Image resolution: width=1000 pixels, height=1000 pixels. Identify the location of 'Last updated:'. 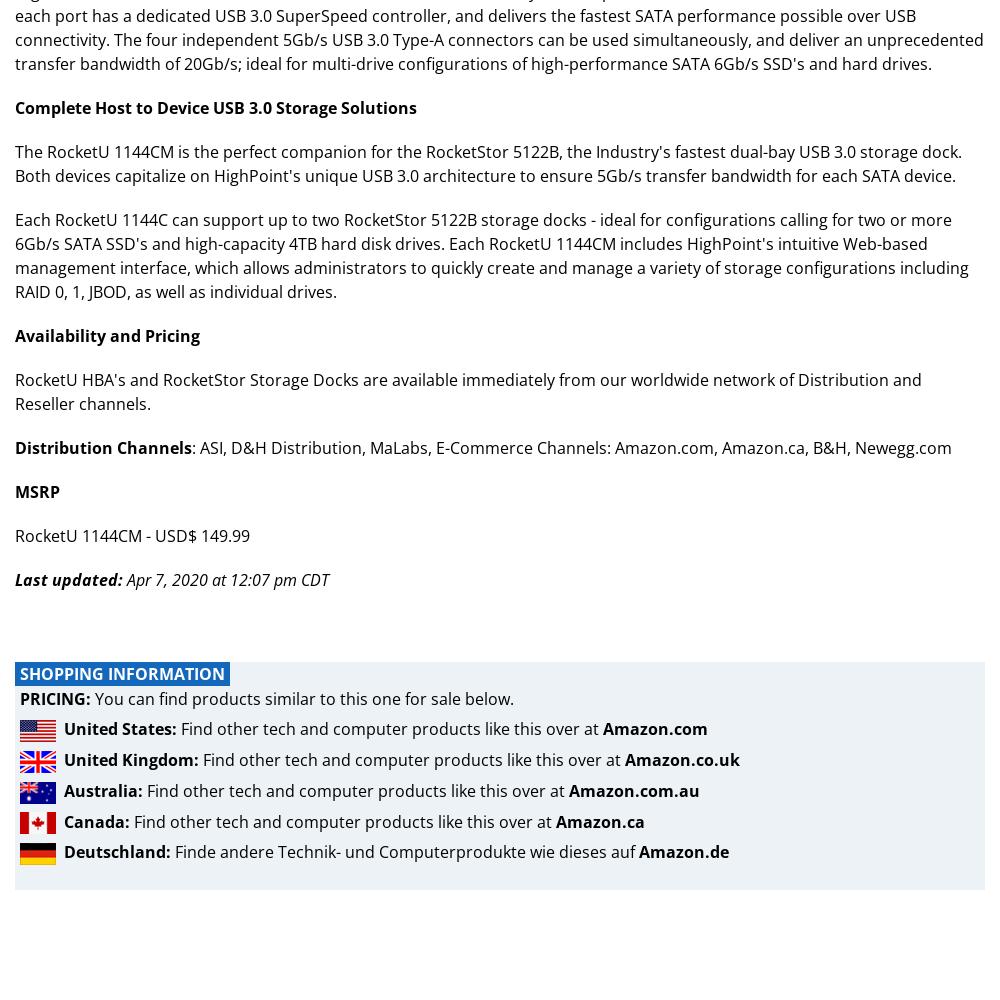
(68, 579).